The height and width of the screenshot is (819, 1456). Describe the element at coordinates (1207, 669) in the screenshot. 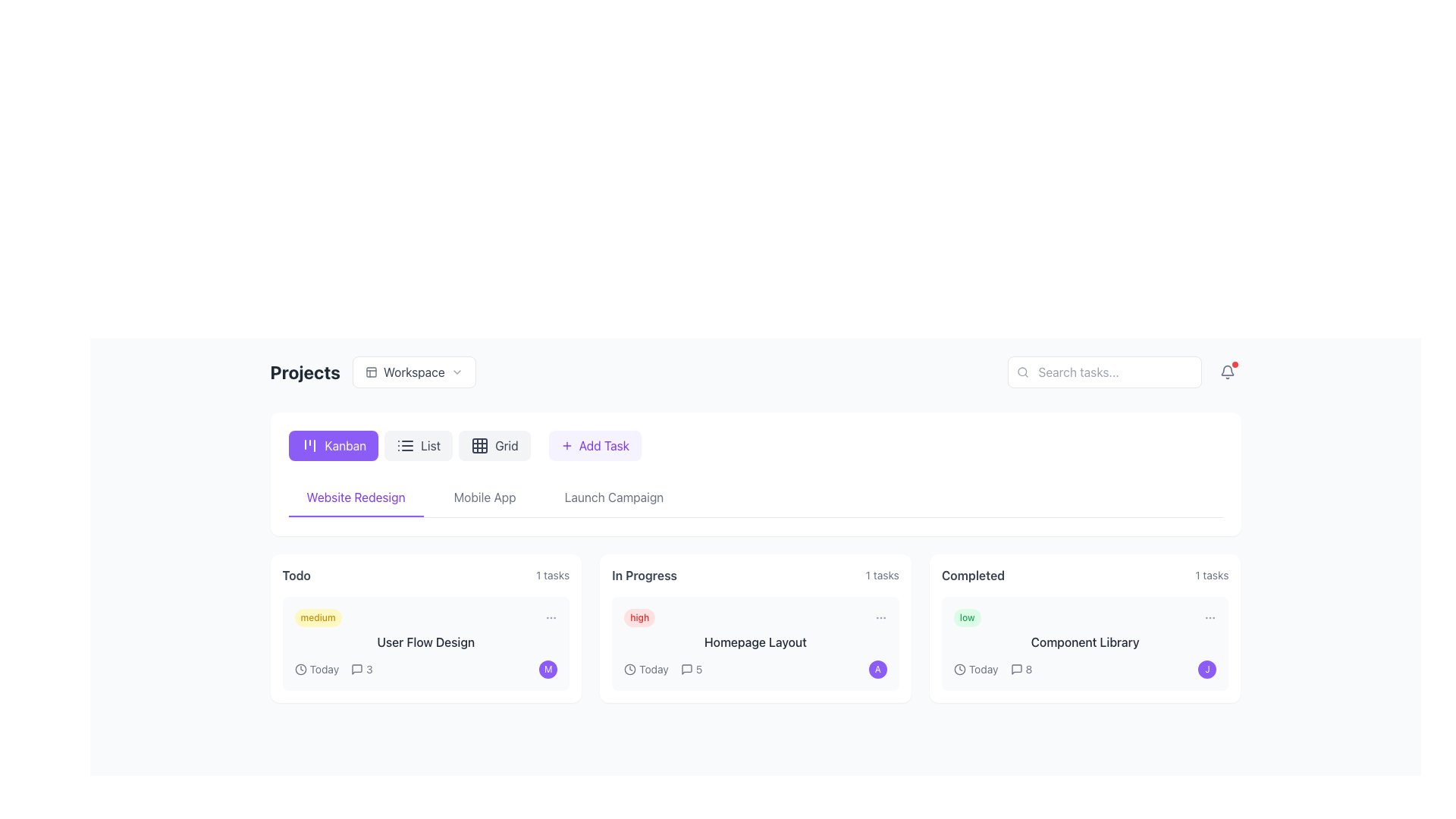

I see `the small circular badge with a violet background containing the white capital letter 'J', located in the 'Completed' section of the task card titled 'Component Library'` at that location.